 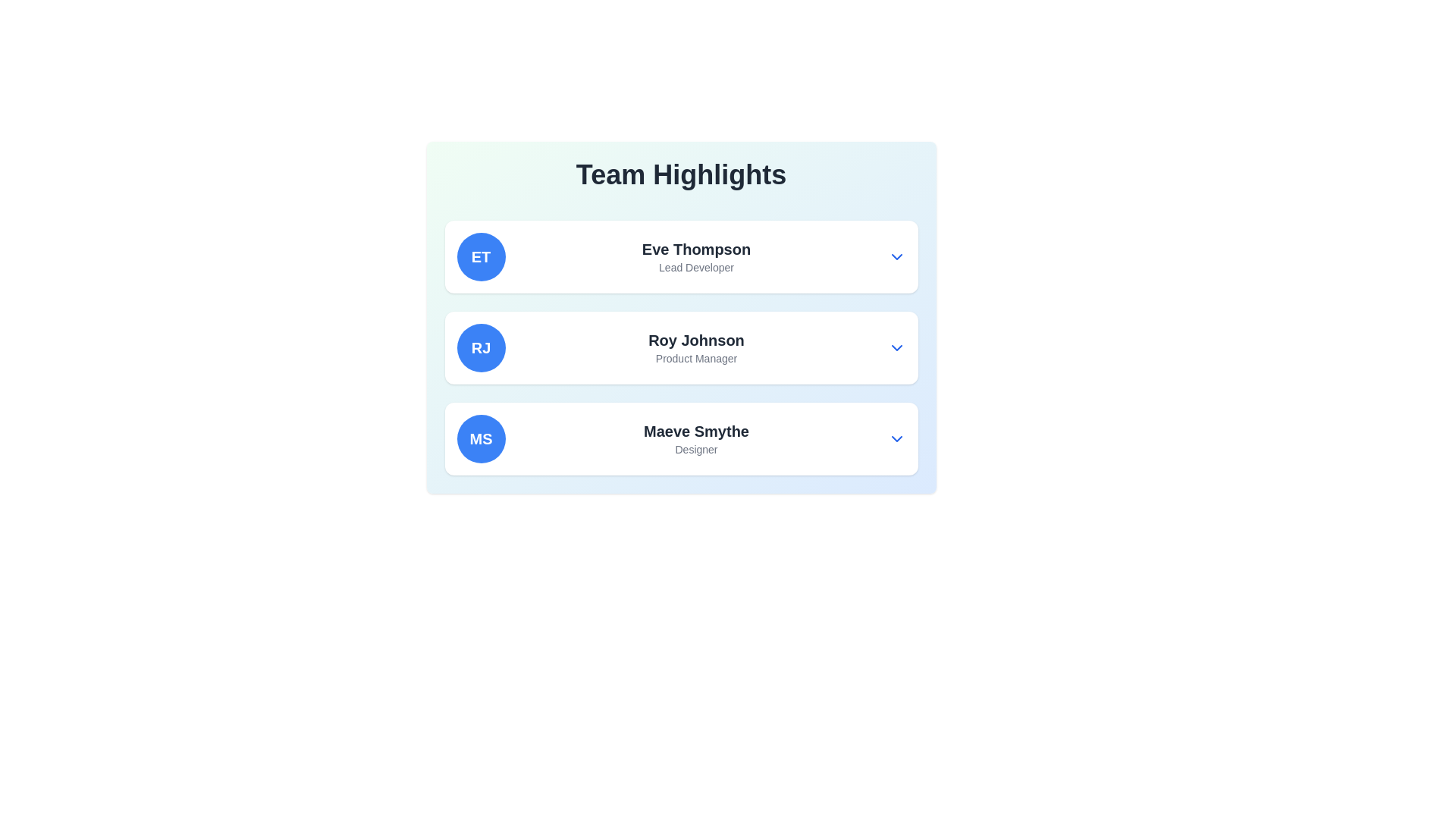 I want to click on the textual label component displaying 'Roy Johnson' and 'Product Manager', which is centrally located within the middle card of a list of similar cards, so click(x=695, y=348).